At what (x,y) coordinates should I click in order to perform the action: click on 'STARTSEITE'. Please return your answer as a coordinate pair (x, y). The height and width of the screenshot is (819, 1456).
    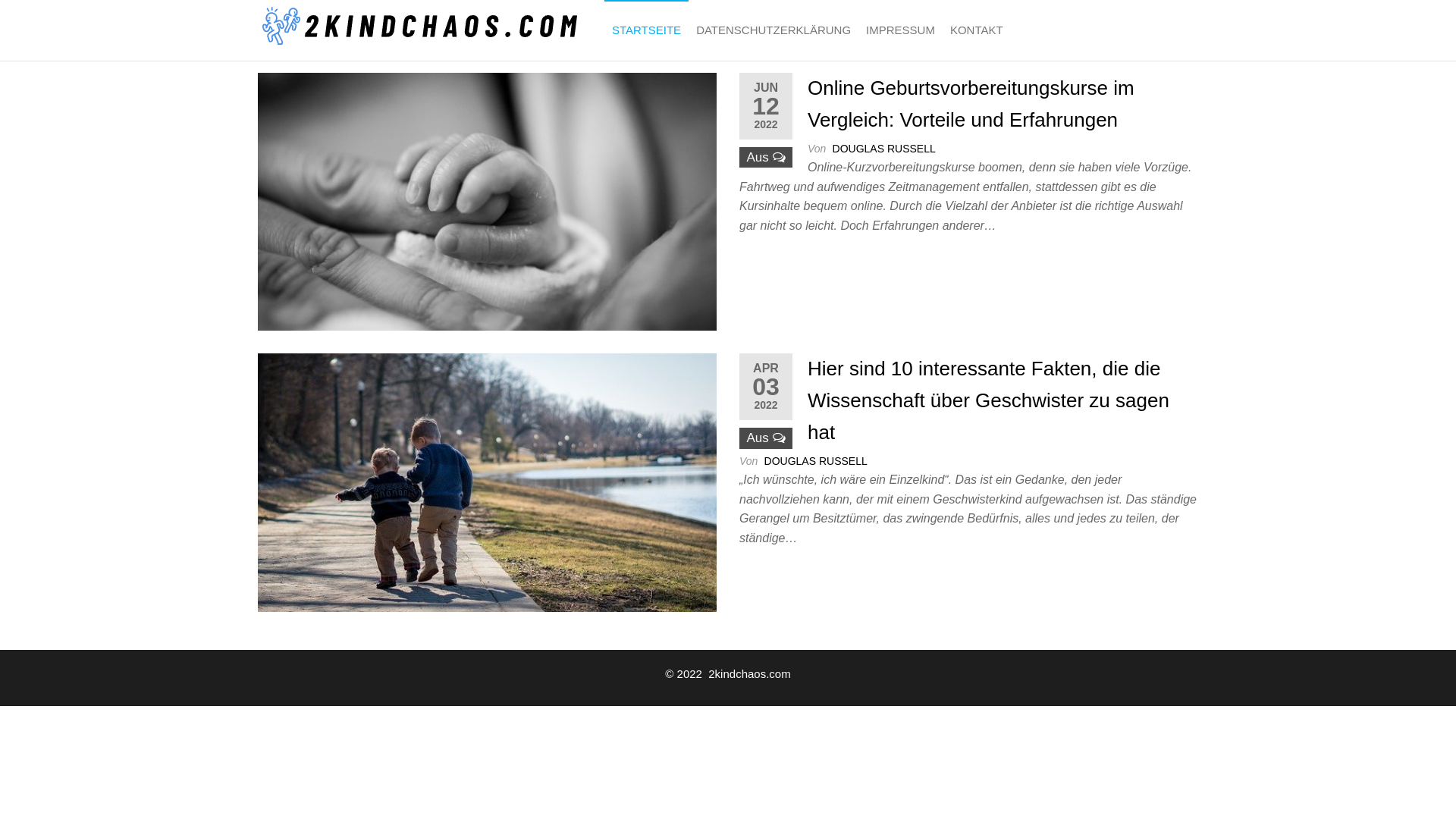
    Looking at the image, I should click on (646, 30).